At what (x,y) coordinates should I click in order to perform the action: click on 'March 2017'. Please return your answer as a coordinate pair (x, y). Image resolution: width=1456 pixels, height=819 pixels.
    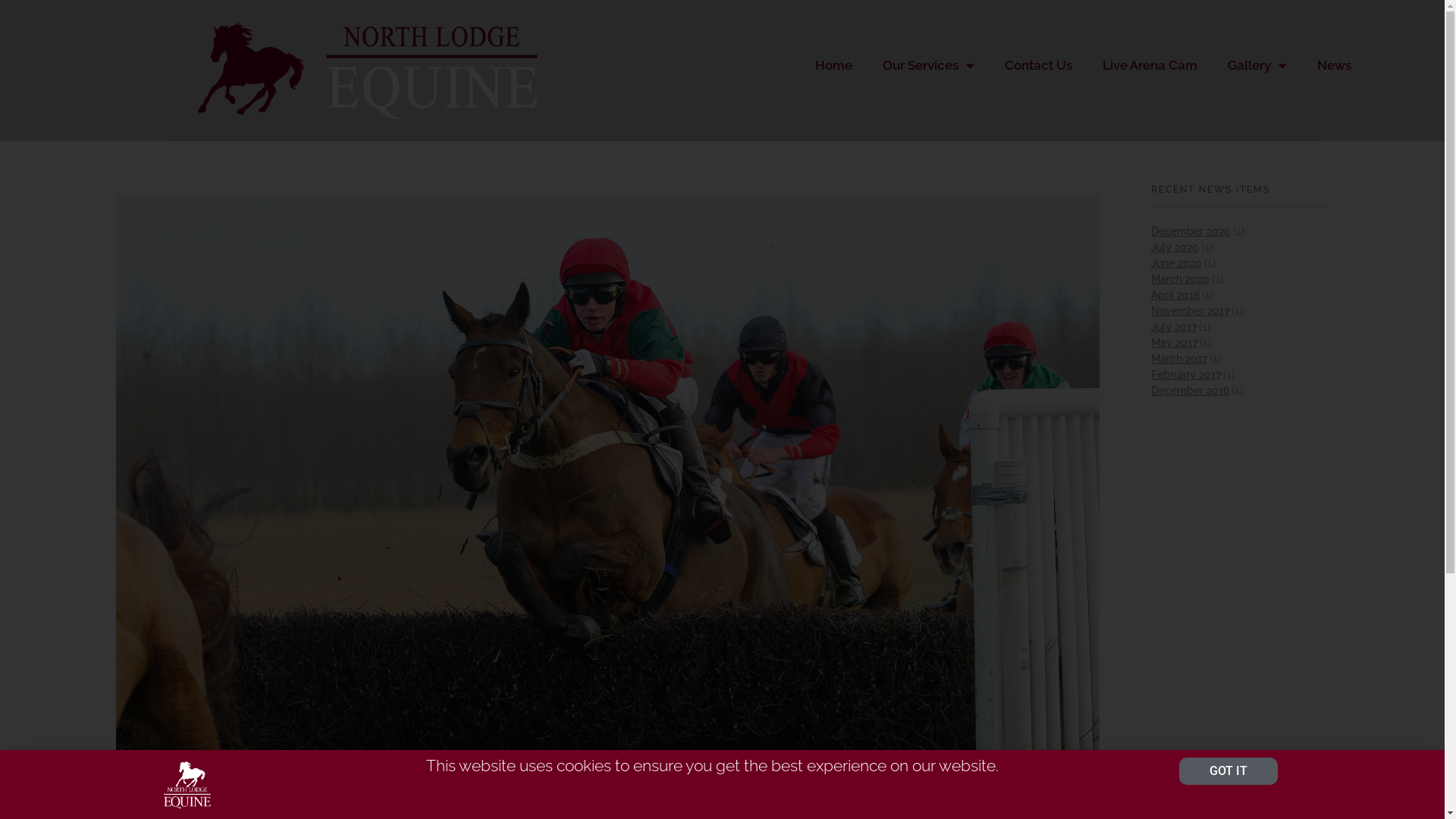
    Looking at the image, I should click on (1178, 359).